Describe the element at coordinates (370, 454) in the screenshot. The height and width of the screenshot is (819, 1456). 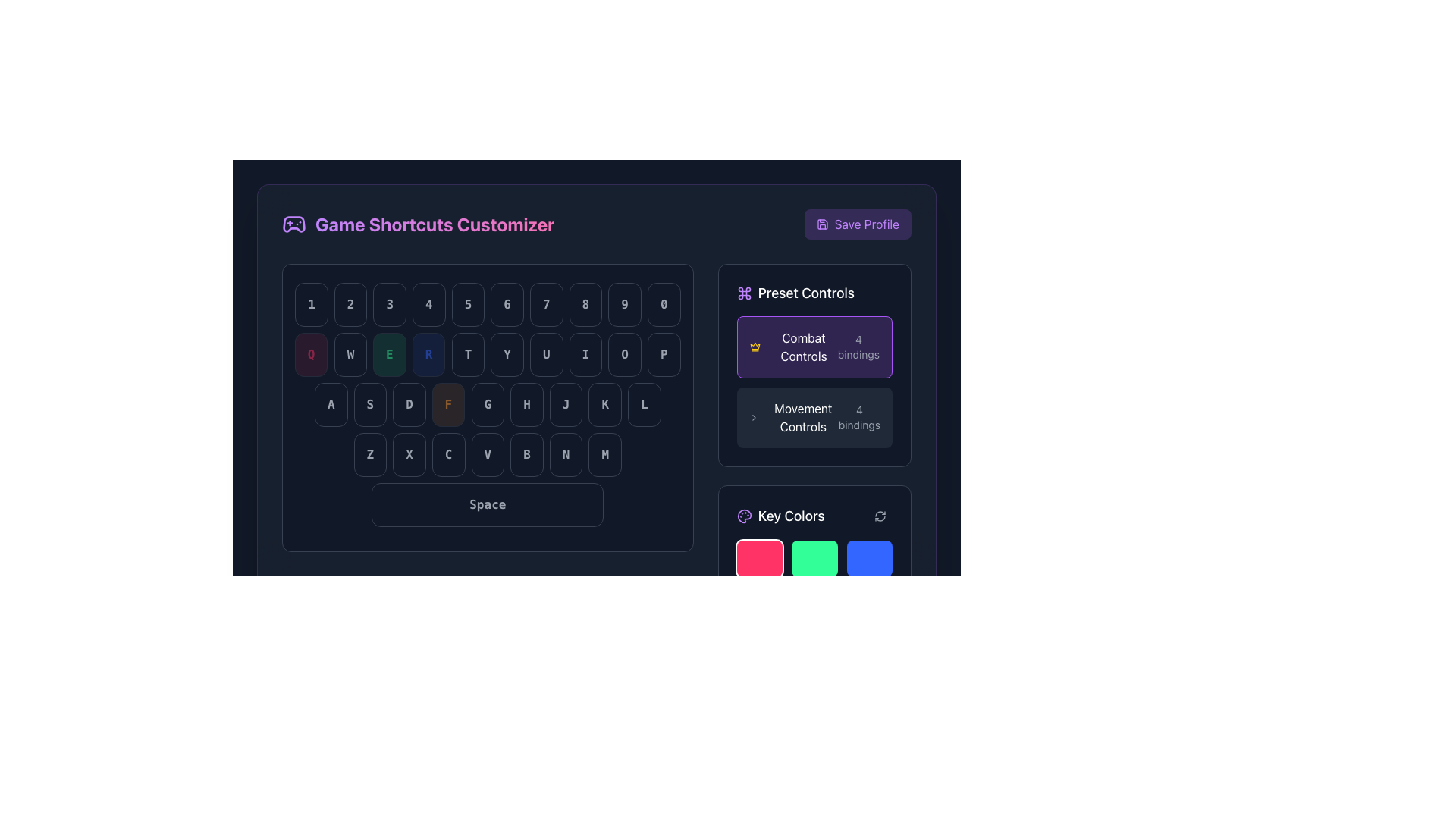
I see `the rounded rectangular button with a dark gray background and light gray text labeled 'Z', which is the first button in the row of 'ZXCVBNM' keys on the virtual keyboard interface` at that location.